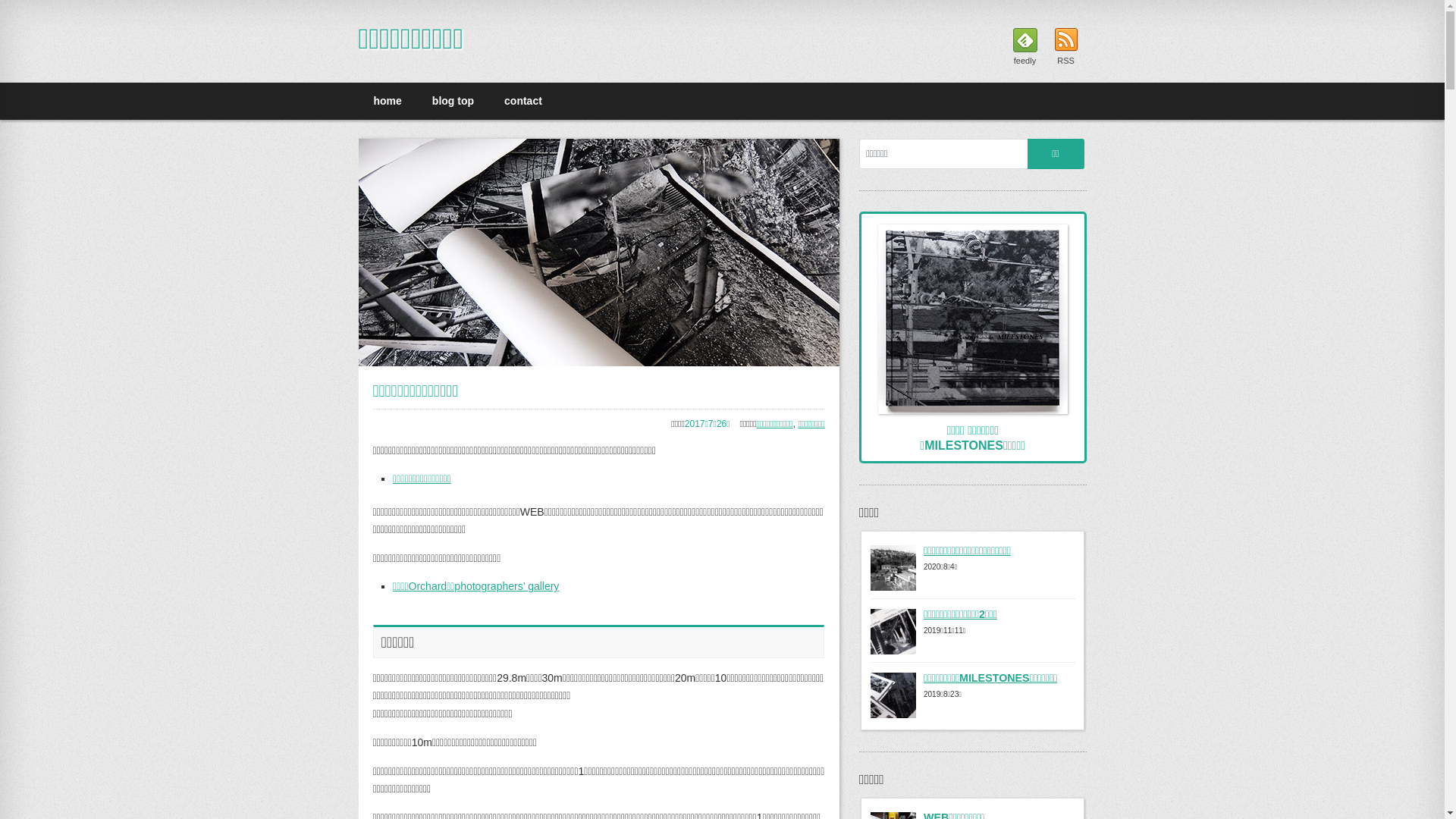  What do you see at coordinates (1004, 46) in the screenshot?
I see `'feedly'` at bounding box center [1004, 46].